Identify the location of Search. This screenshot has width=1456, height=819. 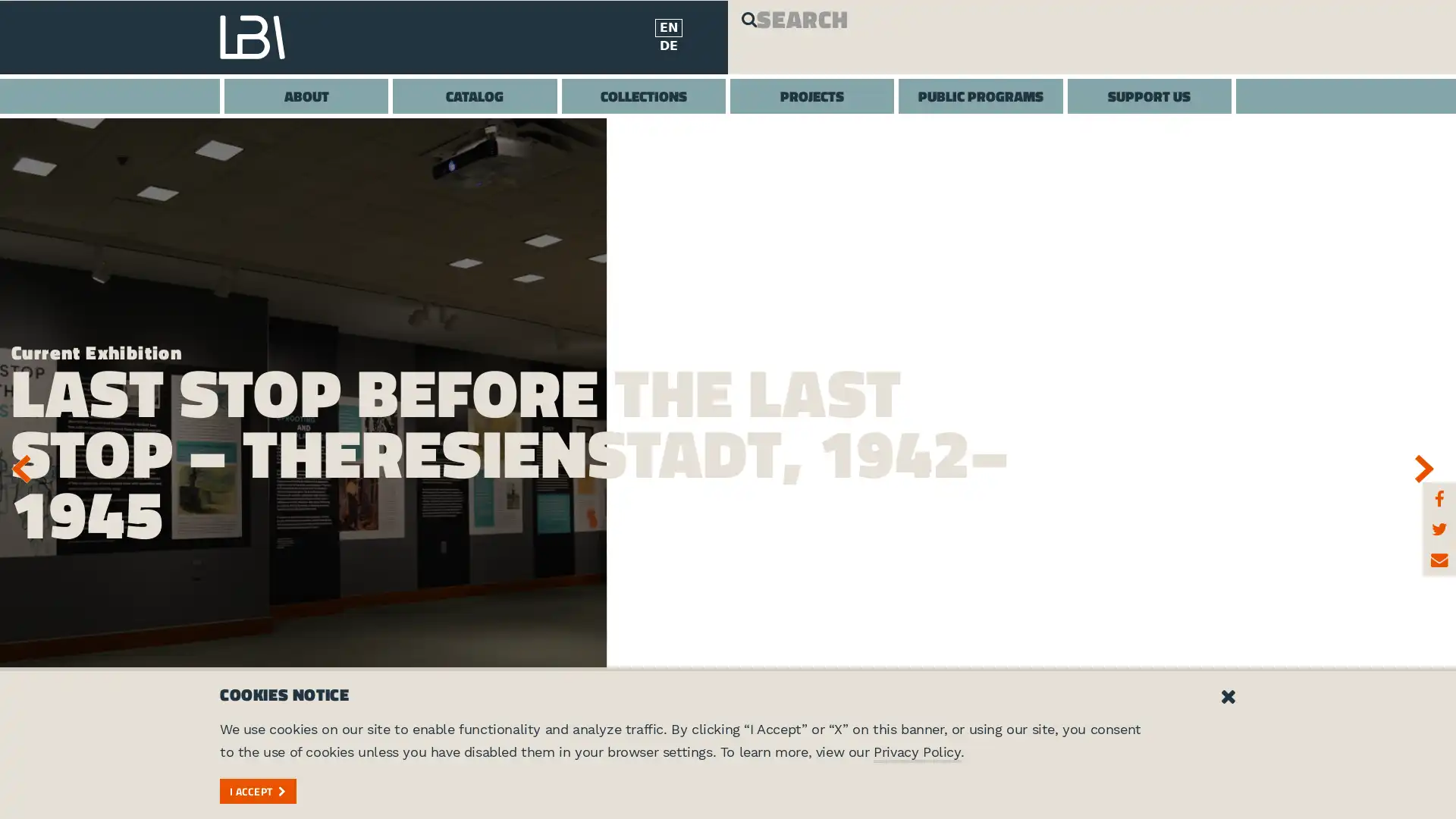
(761, 37).